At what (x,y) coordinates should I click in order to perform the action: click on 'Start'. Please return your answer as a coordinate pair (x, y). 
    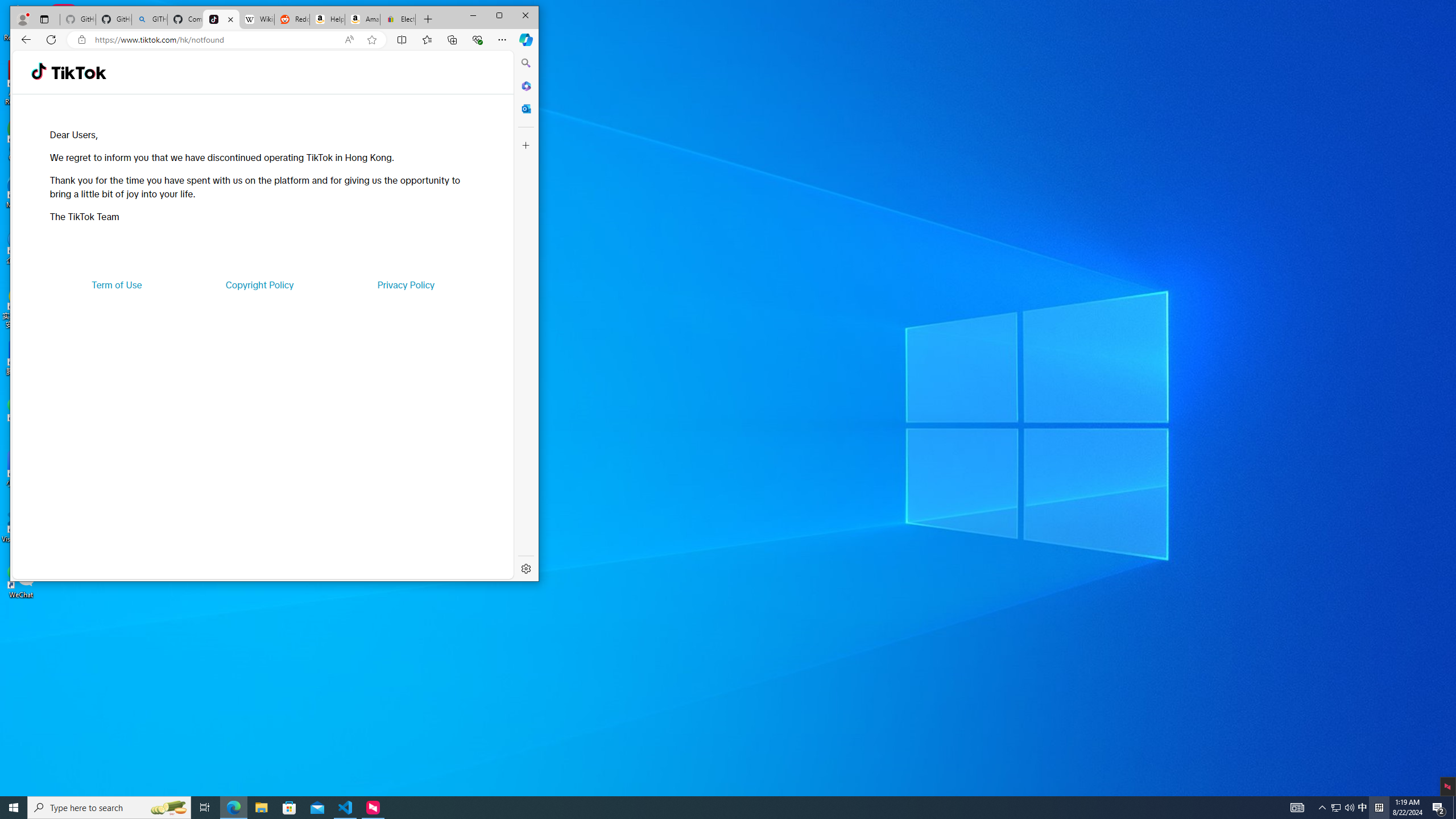
    Looking at the image, I should click on (14, 806).